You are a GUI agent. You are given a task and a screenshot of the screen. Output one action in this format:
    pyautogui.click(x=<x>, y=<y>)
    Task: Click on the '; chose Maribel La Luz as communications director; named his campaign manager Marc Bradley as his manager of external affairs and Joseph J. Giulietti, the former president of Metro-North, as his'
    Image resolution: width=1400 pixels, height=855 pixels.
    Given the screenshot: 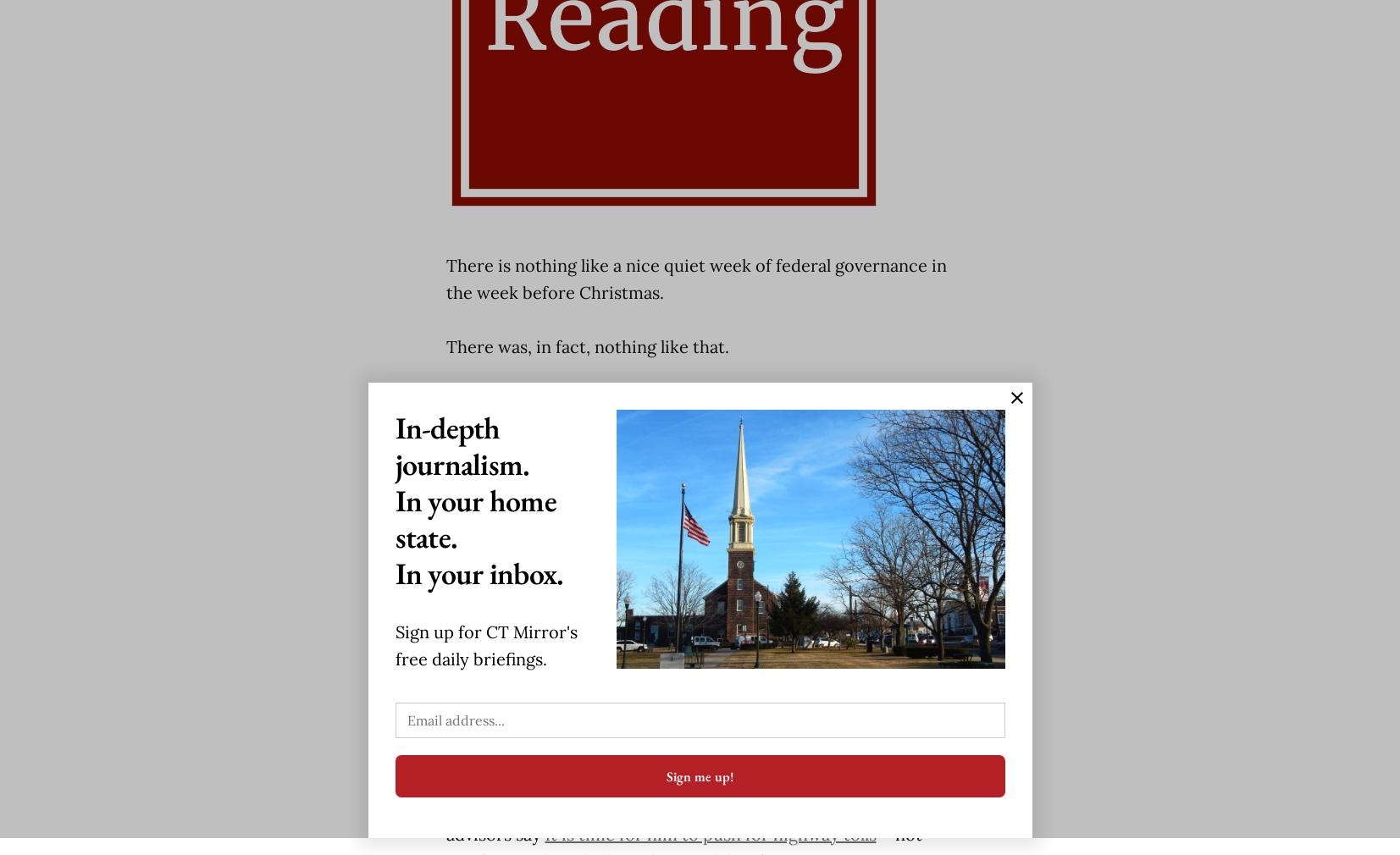 What is the action you would take?
    pyautogui.click(x=694, y=670)
    